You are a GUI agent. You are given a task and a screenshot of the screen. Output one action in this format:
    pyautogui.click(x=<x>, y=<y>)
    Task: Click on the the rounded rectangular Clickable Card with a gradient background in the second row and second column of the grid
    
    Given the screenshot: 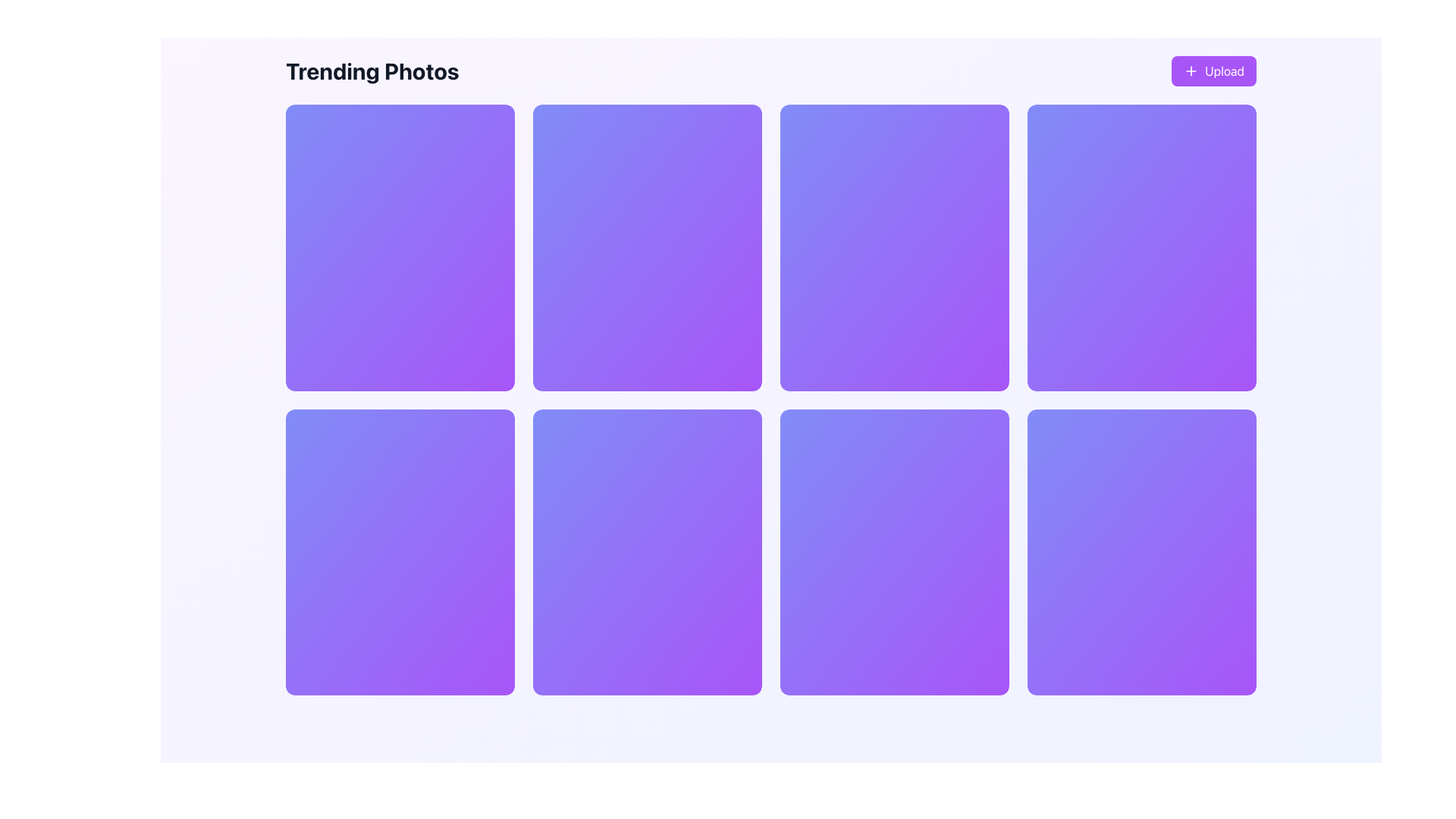 What is the action you would take?
    pyautogui.click(x=648, y=552)
    